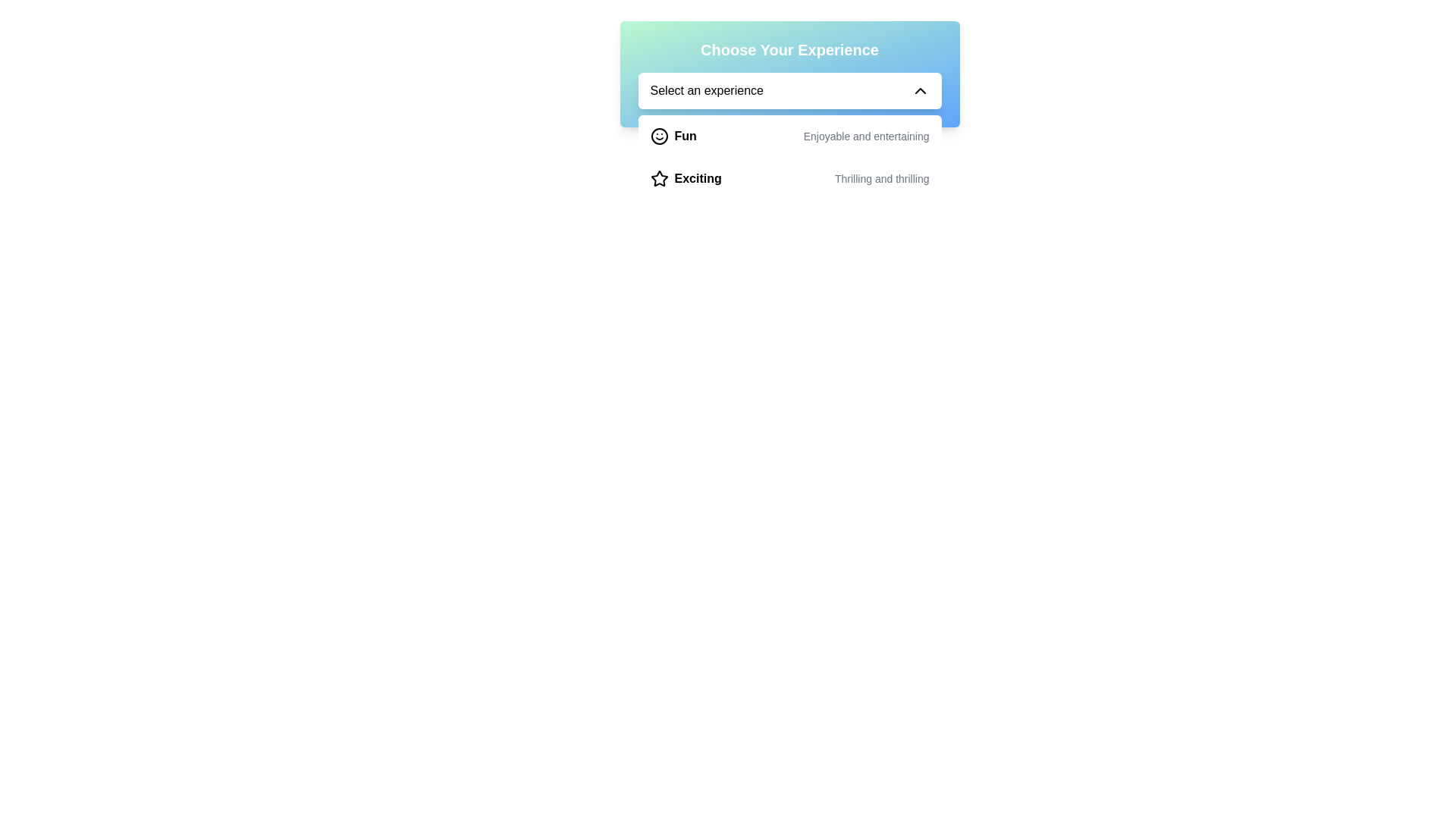 The width and height of the screenshot is (1456, 819). I want to click on the SVG circle graphic that forms the circular outline of a smiley face, which is positioned to the left of the text 'Fun' under the 'Choose Your Experience' header, so click(659, 136).